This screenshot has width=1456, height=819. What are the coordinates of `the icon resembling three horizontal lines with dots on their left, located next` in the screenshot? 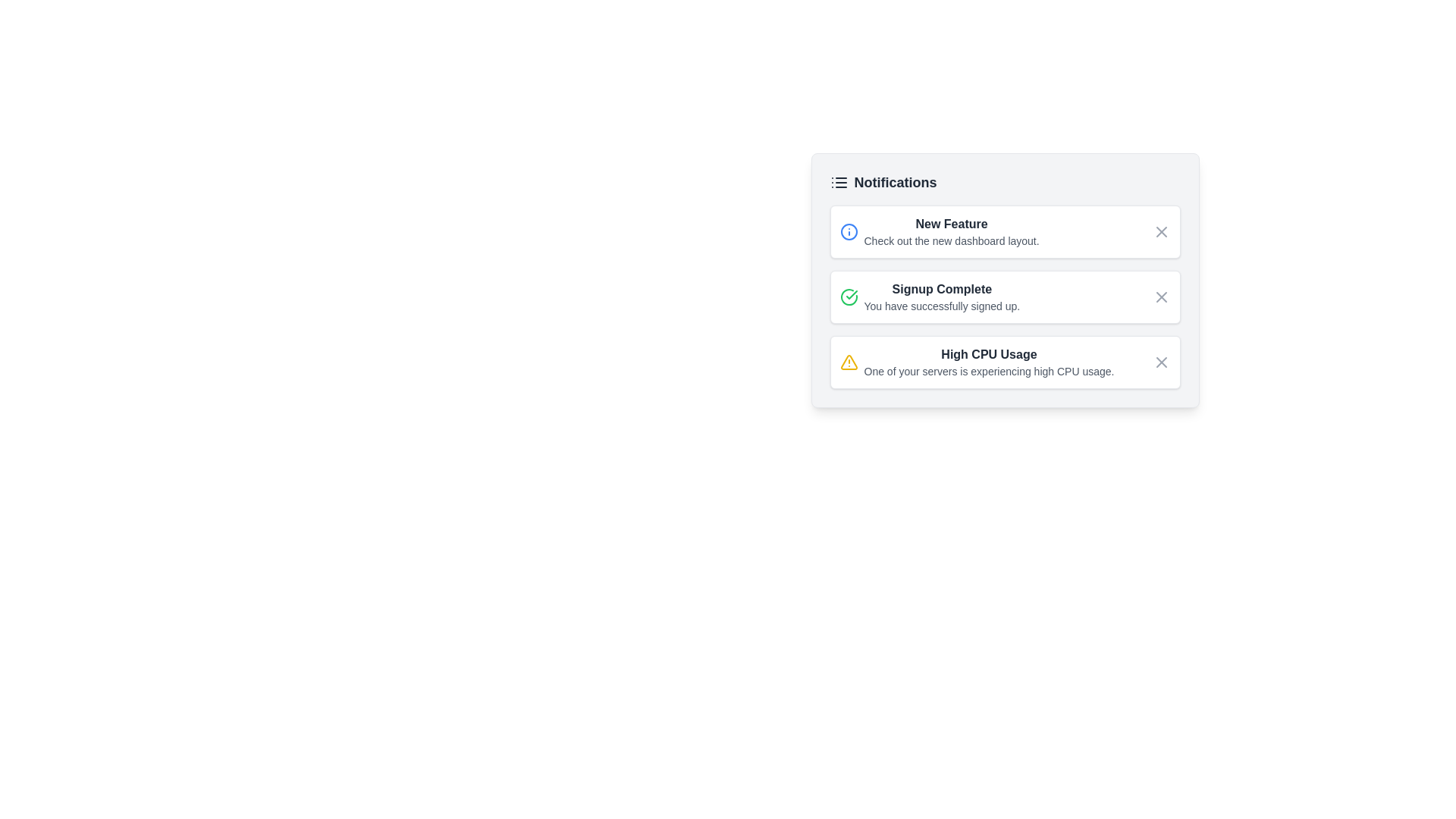 It's located at (838, 181).